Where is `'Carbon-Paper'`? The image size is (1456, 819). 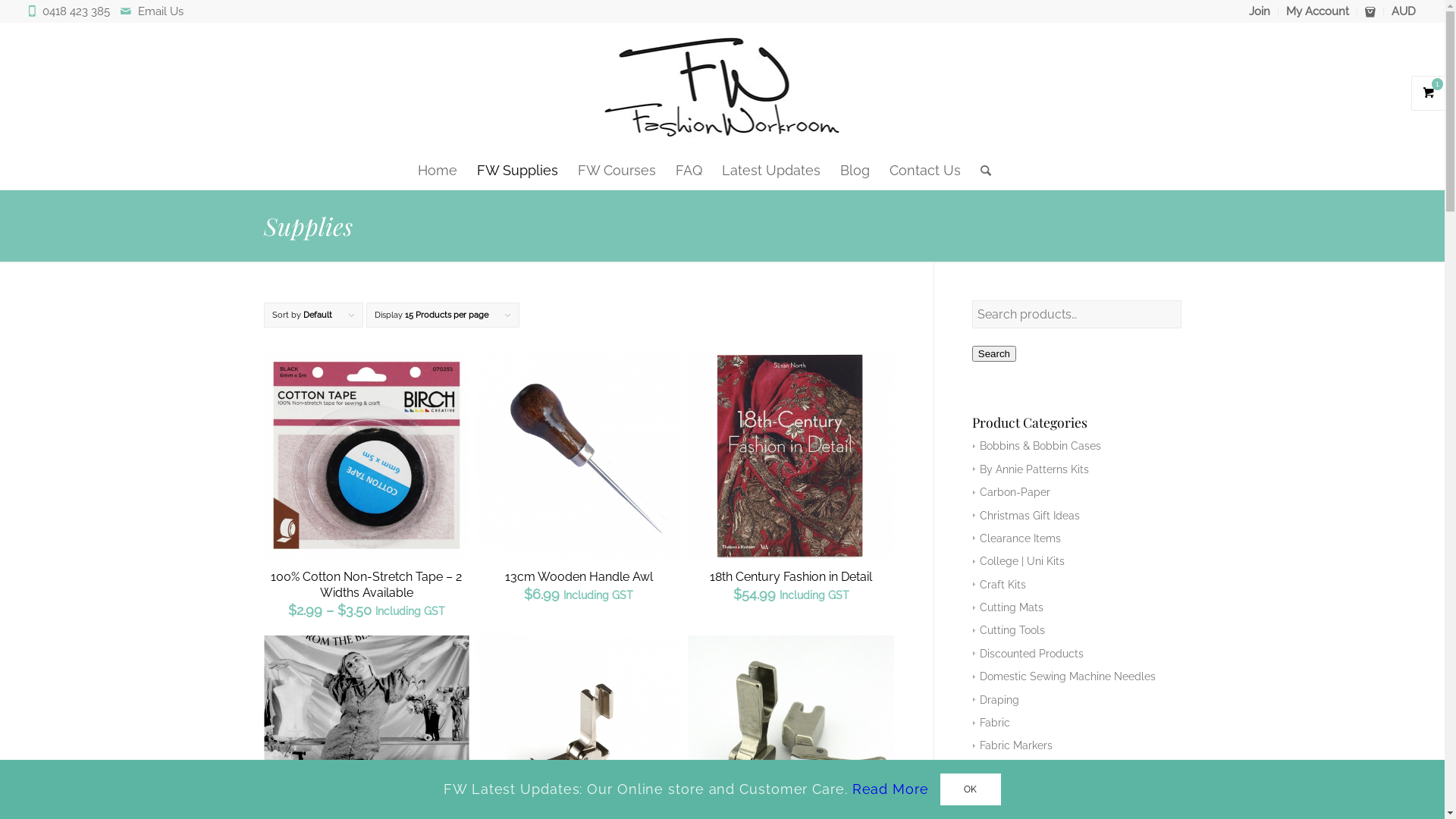
'Carbon-Paper' is located at coordinates (972, 491).